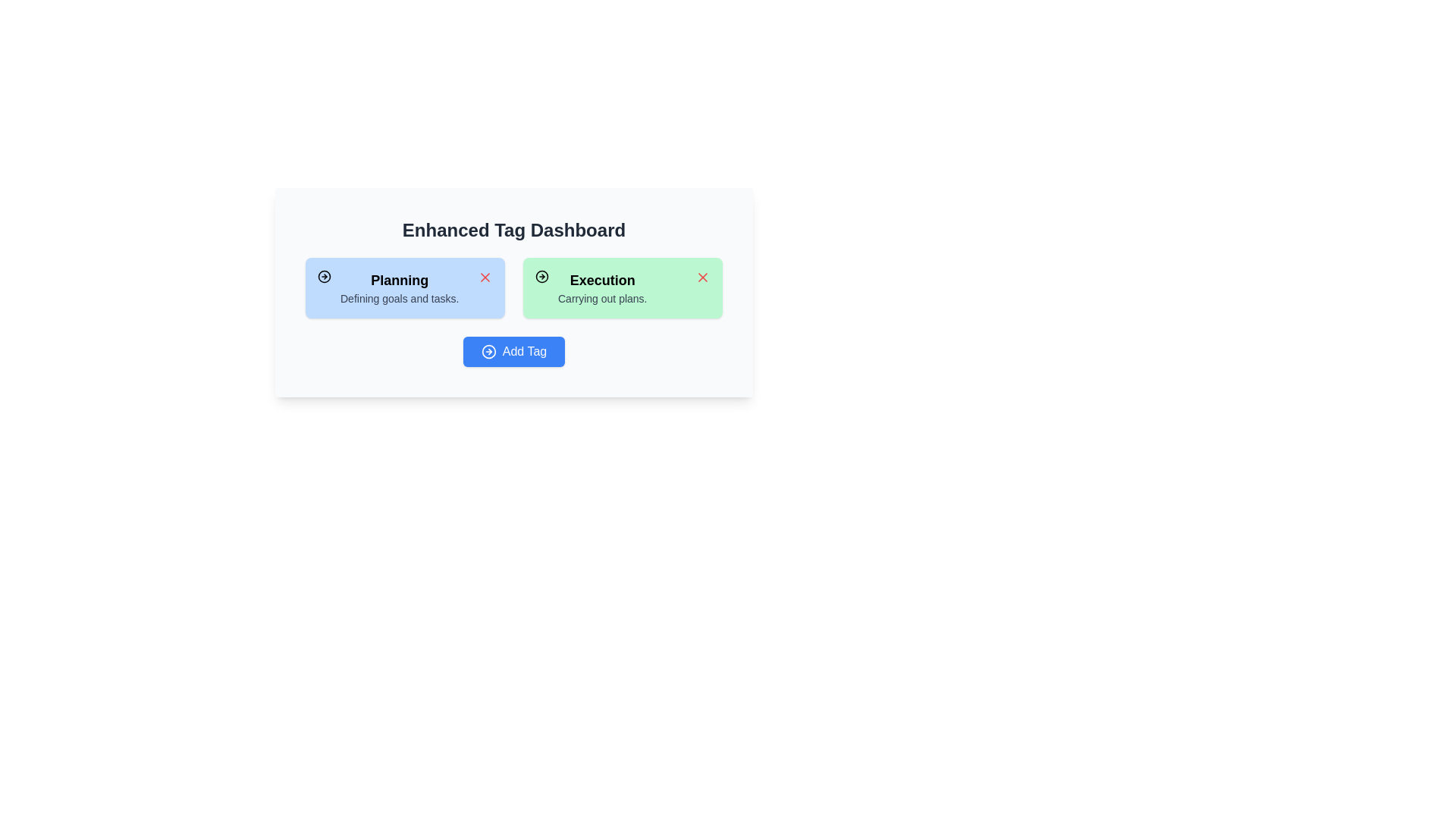 Image resolution: width=1456 pixels, height=819 pixels. Describe the element at coordinates (542, 277) in the screenshot. I see `the circular part of the arrow-right icon, which is adjacent to the 'Execution' card's title within the green background section` at that location.